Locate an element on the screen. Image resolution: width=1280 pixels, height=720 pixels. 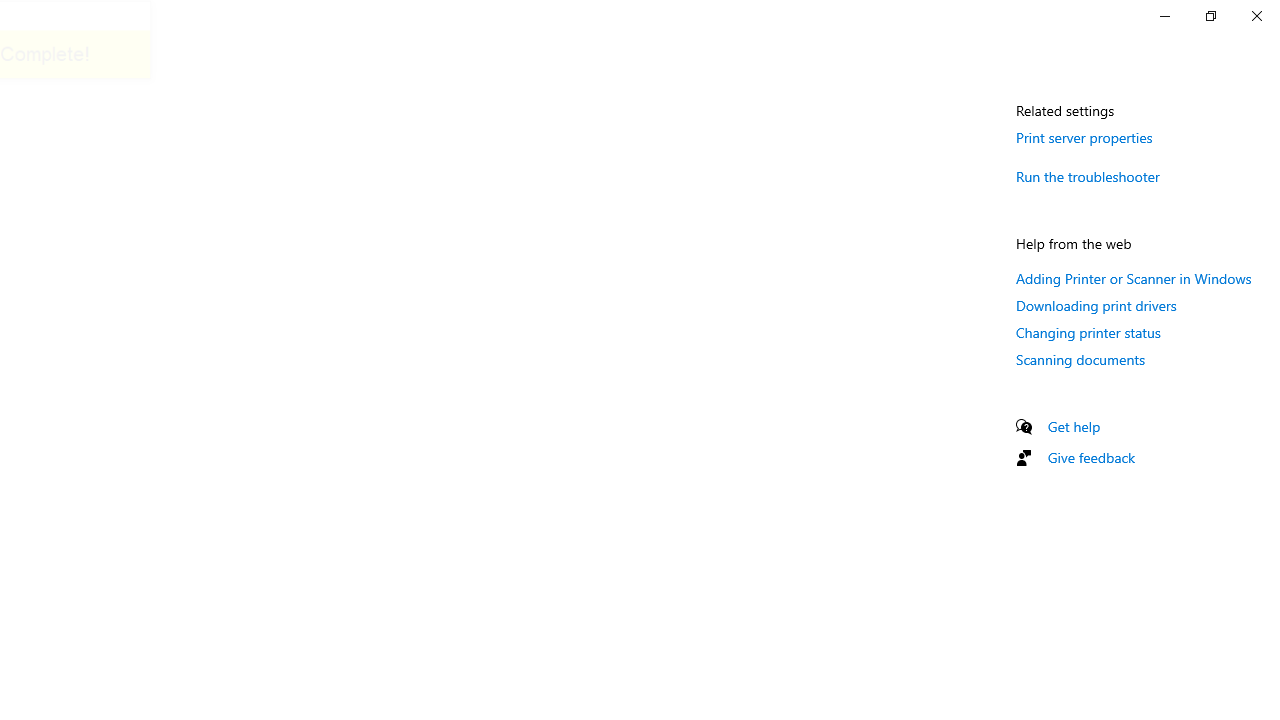
'Changing printer status' is located at coordinates (1087, 331).